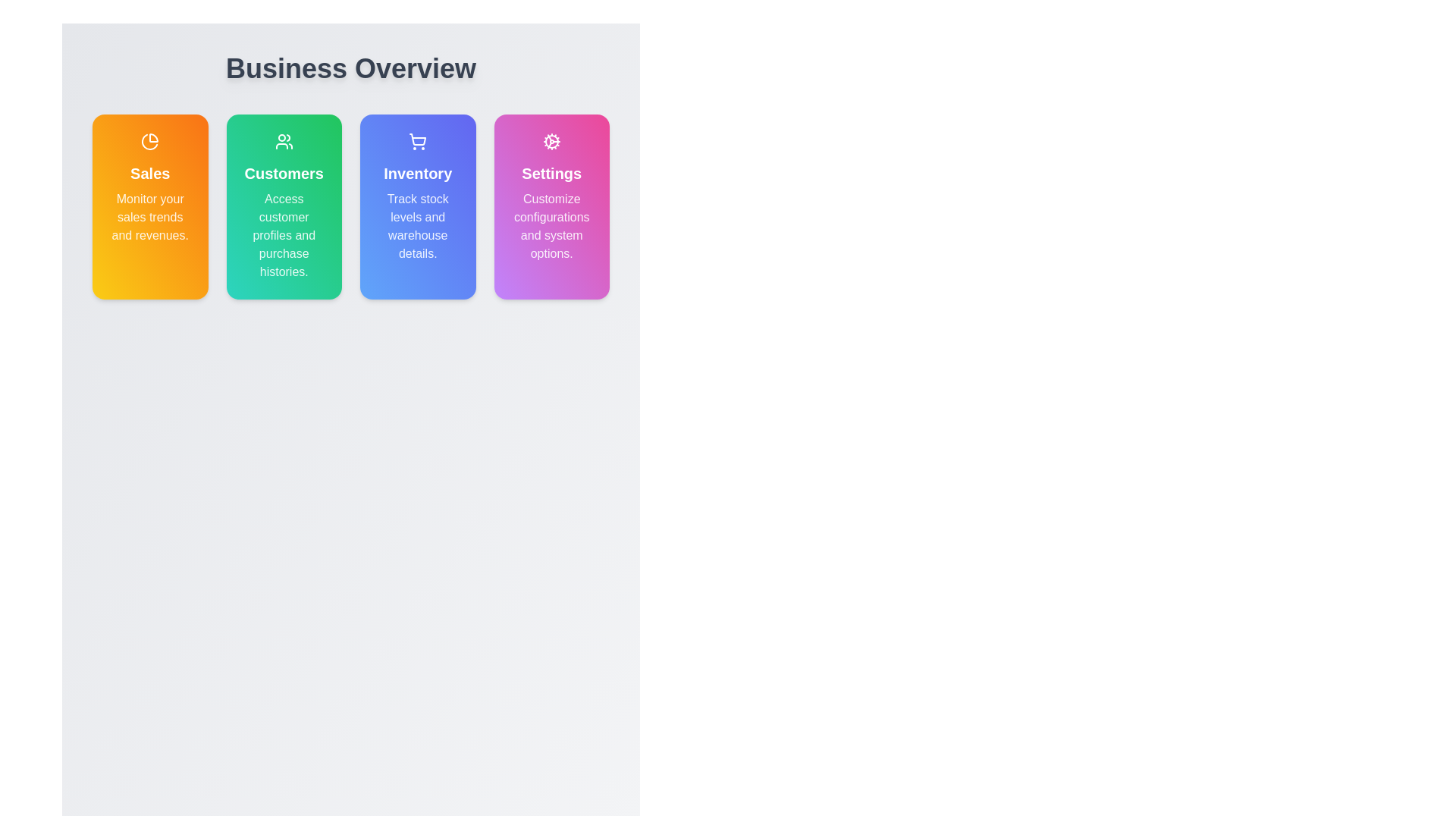 The width and height of the screenshot is (1456, 819). Describe the element at coordinates (551, 141) in the screenshot. I see `the gear icon that represents the 'Settings' functionality, located on the rightmost part of the interface beside other cards such as 'Sales', 'Customers', and 'Inventory'` at that location.